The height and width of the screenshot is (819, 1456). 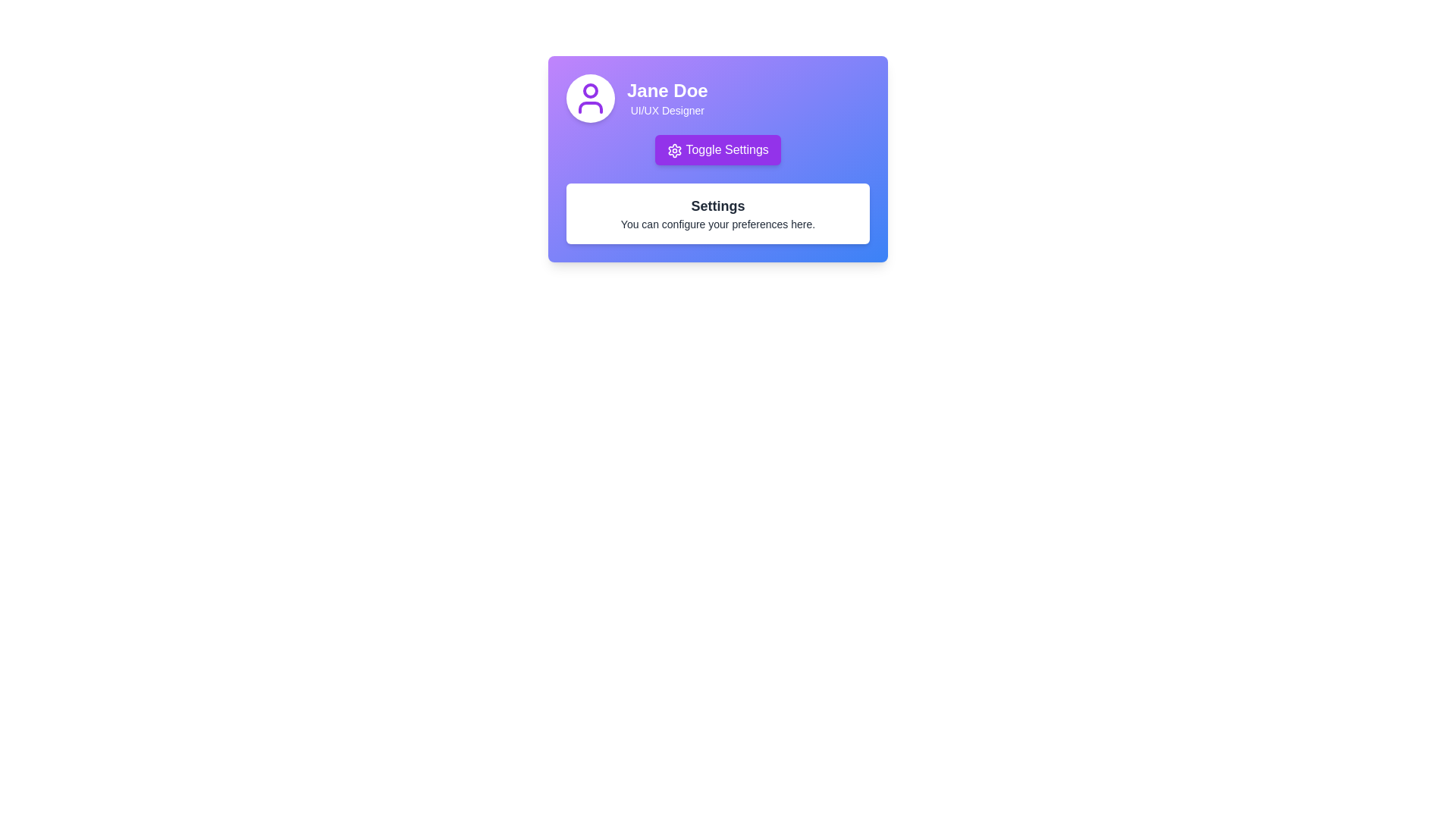 I want to click on the informational text element that instructs the user about configuration options, located directly below the 'Settings' title in the central lower part of the interface, so click(x=717, y=224).